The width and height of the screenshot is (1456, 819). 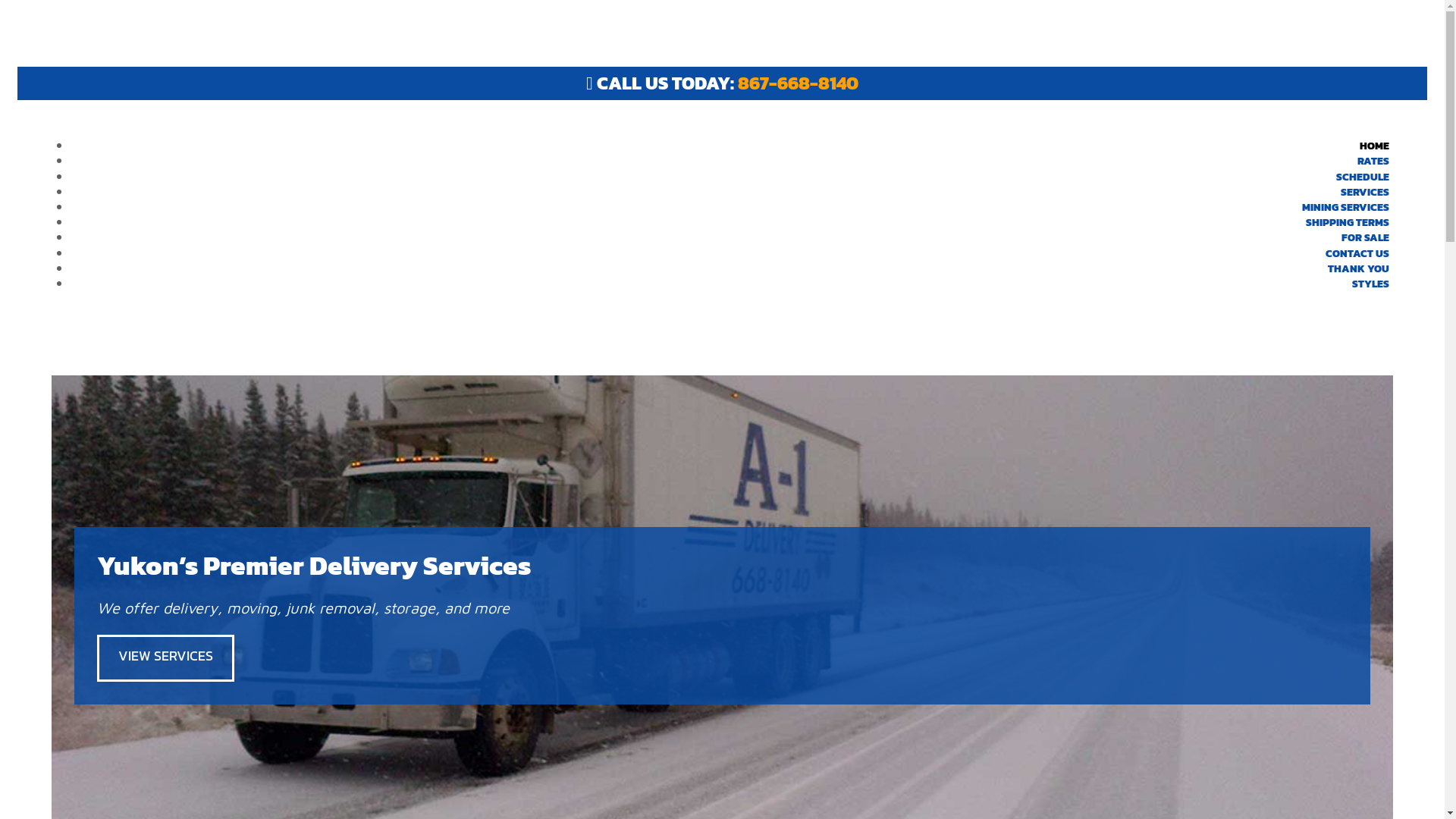 What do you see at coordinates (1345, 207) in the screenshot?
I see `'MINING SERVICES'` at bounding box center [1345, 207].